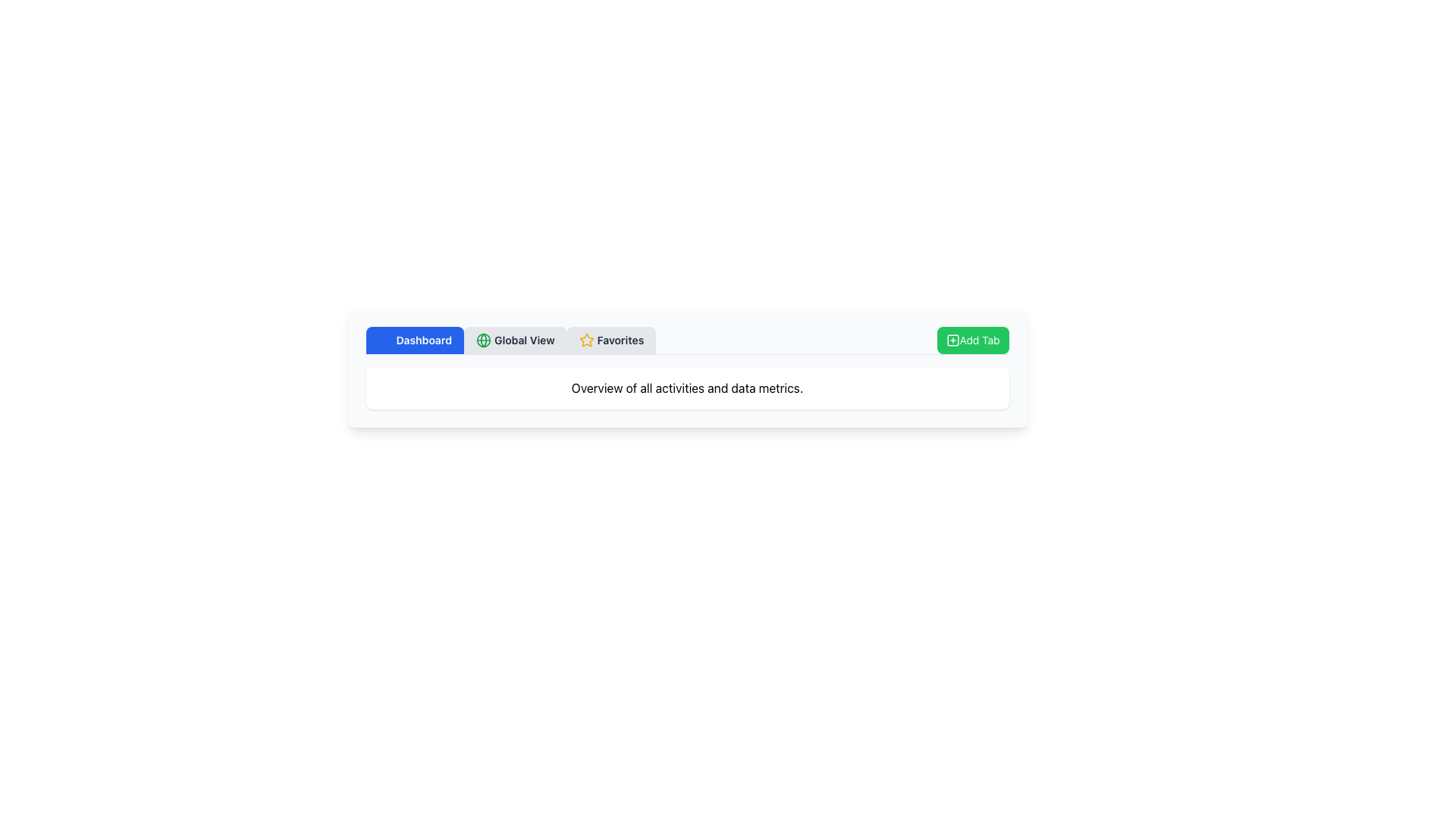 The height and width of the screenshot is (819, 1456). I want to click on the 'Favorites' icon located on the left side of the 'Favorites' tab in the navigation bar, which symbolizes favoriting or starring items, so click(585, 339).